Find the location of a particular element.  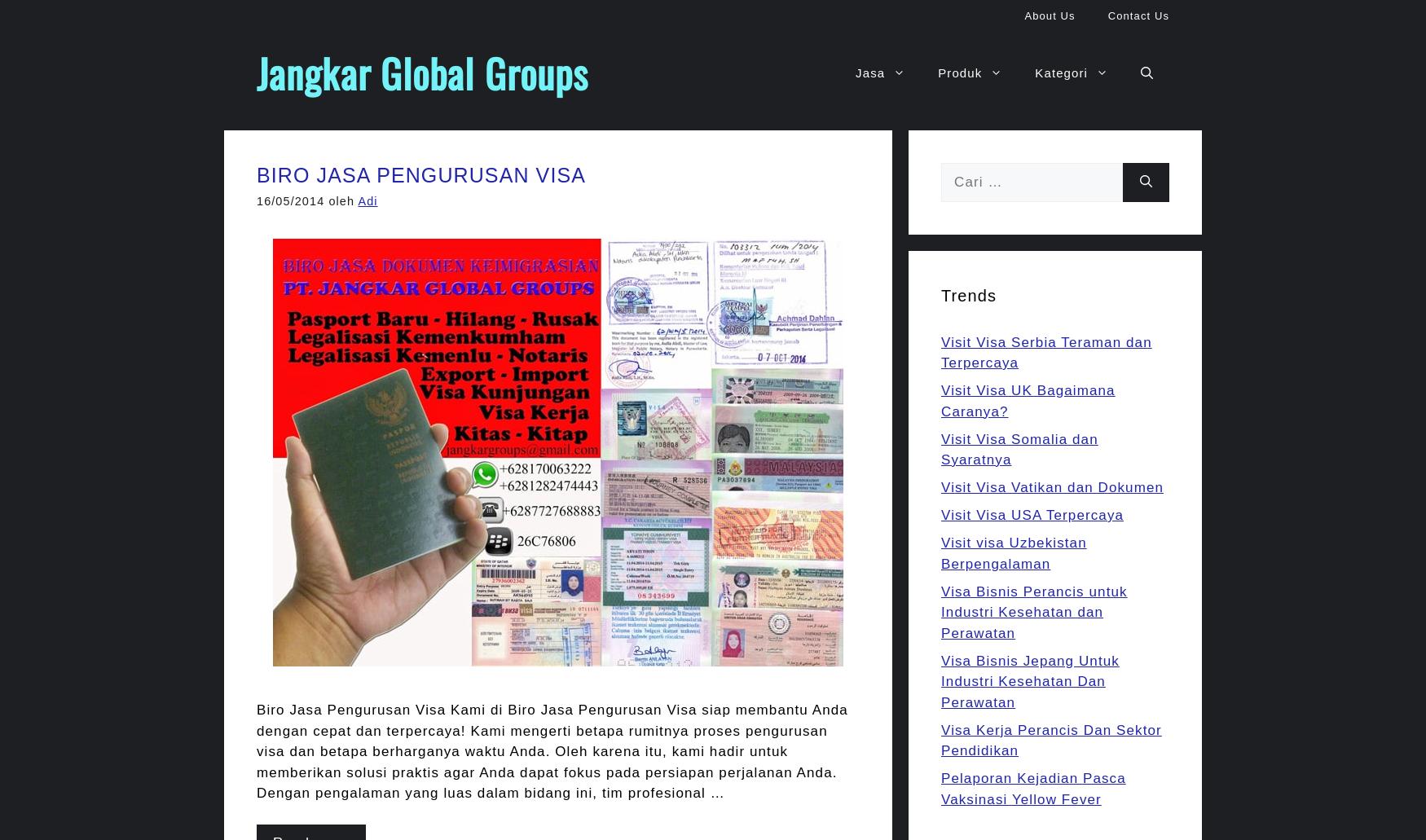

'Visit Visa Vatikan dan Dokumen' is located at coordinates (1051, 486).